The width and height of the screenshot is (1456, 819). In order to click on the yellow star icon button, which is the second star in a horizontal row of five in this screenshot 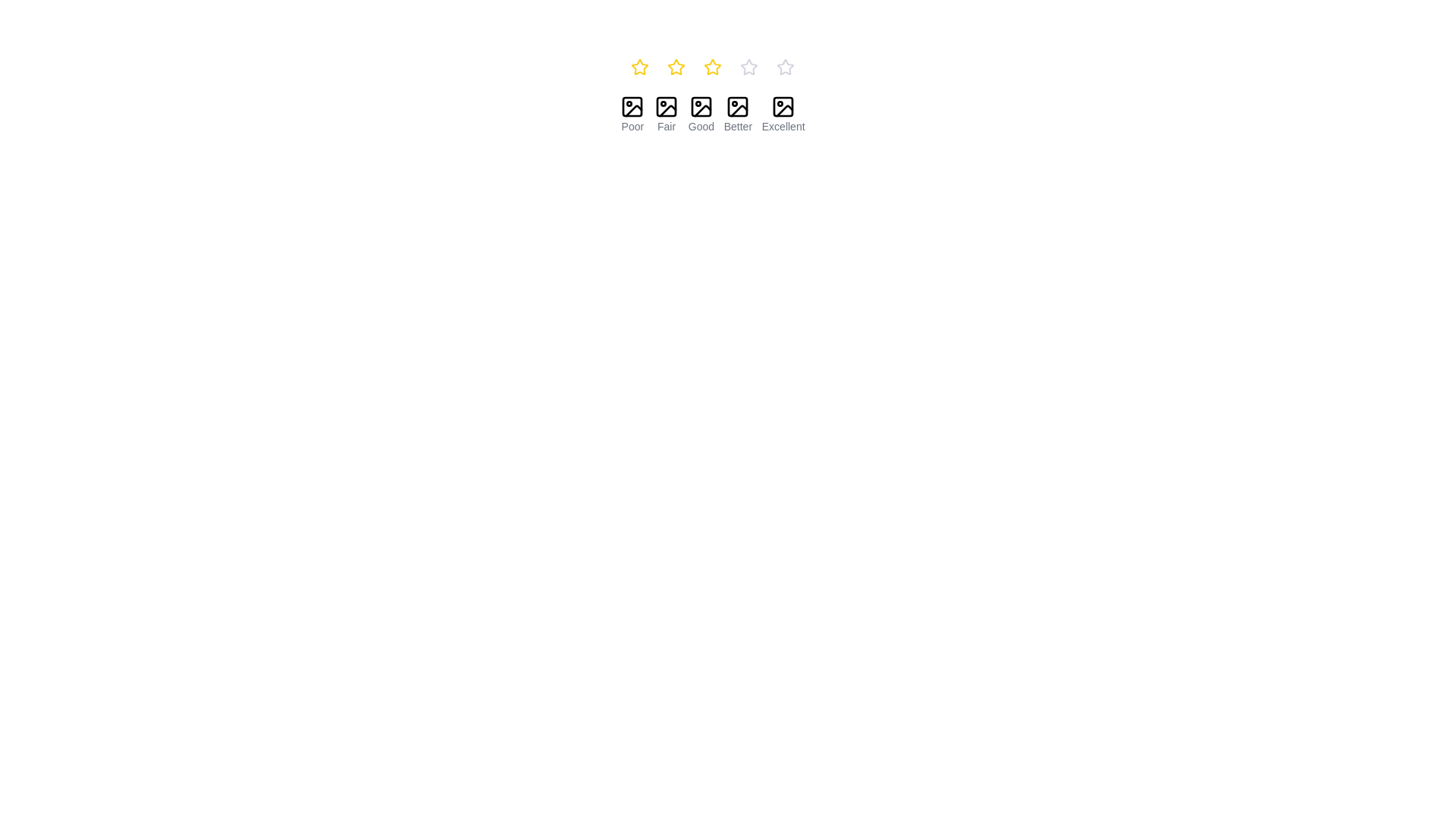, I will do `click(675, 66)`.